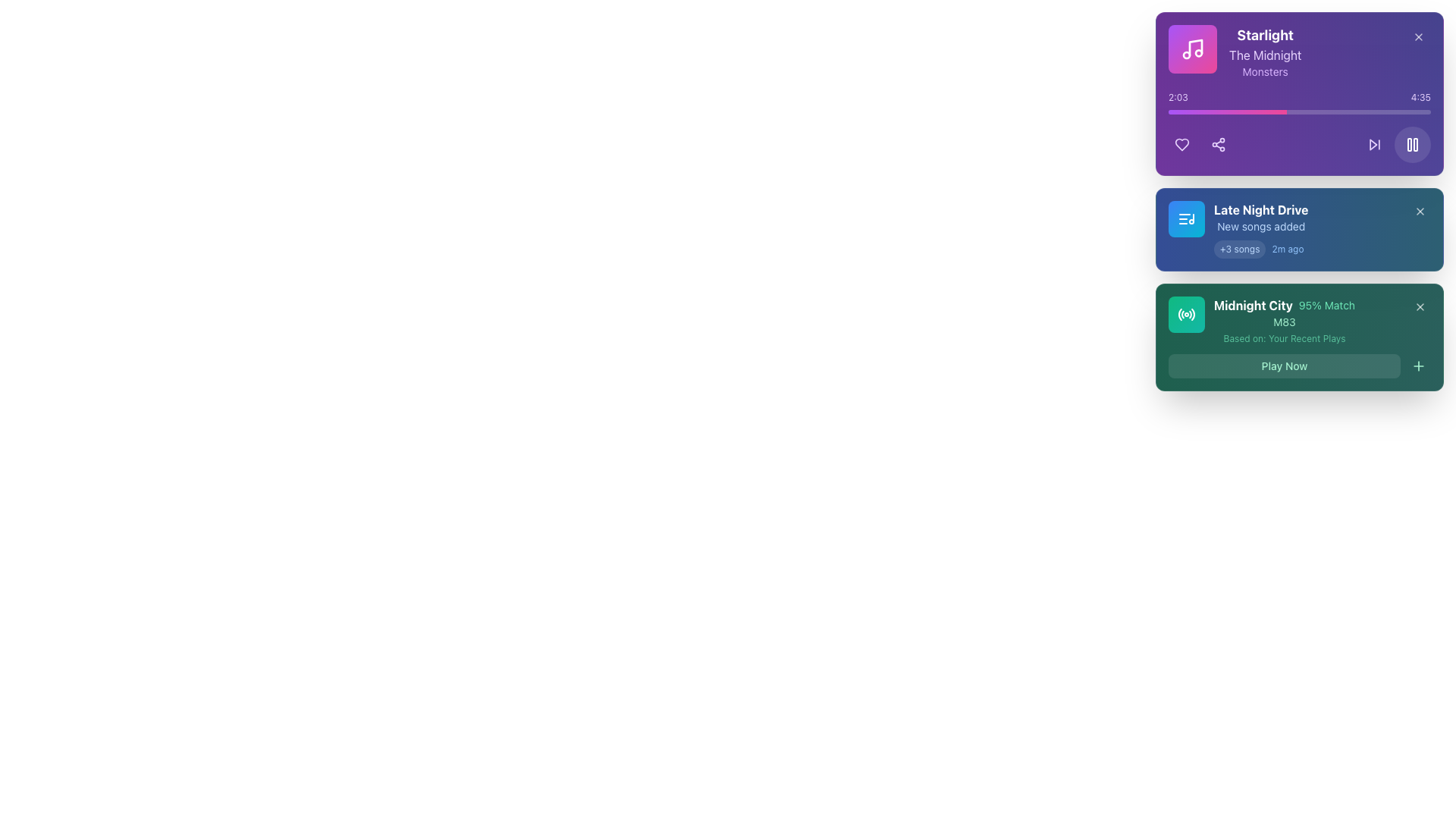  Describe the element at coordinates (1420, 97) in the screenshot. I see `the text label representing the total duration of the audio file or video within the 'Starlight' card, located` at that location.